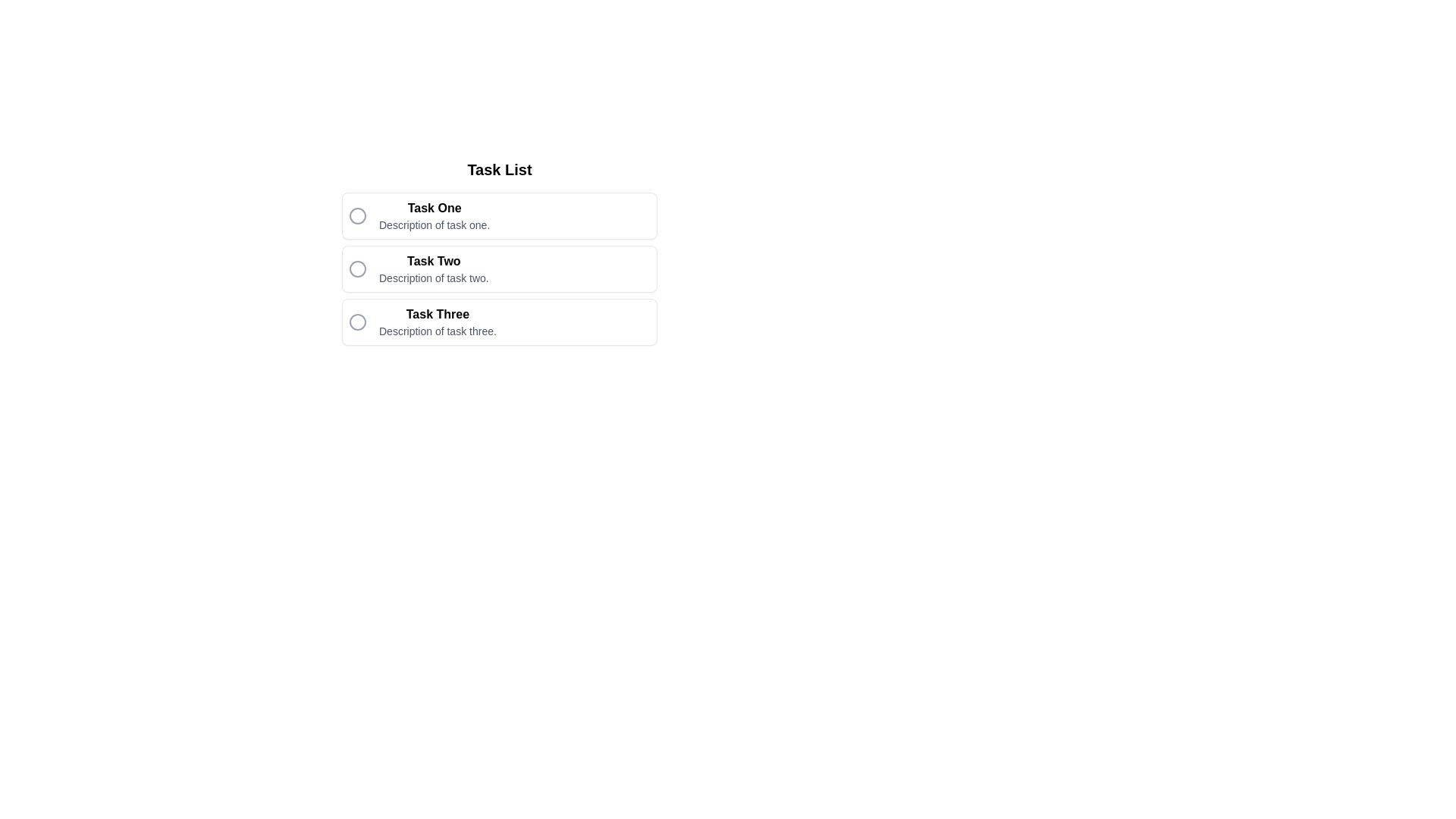  I want to click on the leftmost radio button in the top row, so click(356, 216).